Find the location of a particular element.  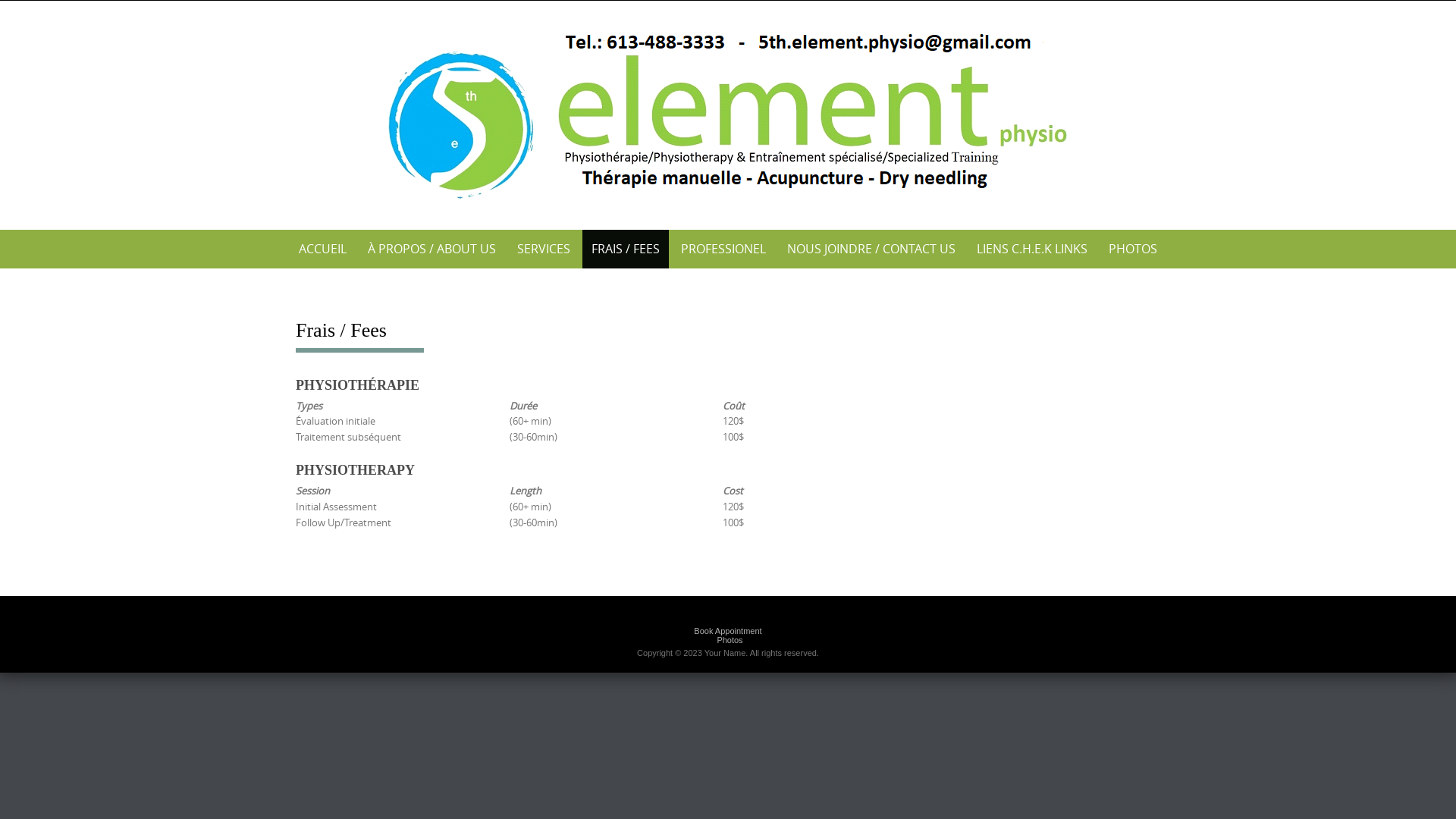

'Photos' is located at coordinates (729, 640).